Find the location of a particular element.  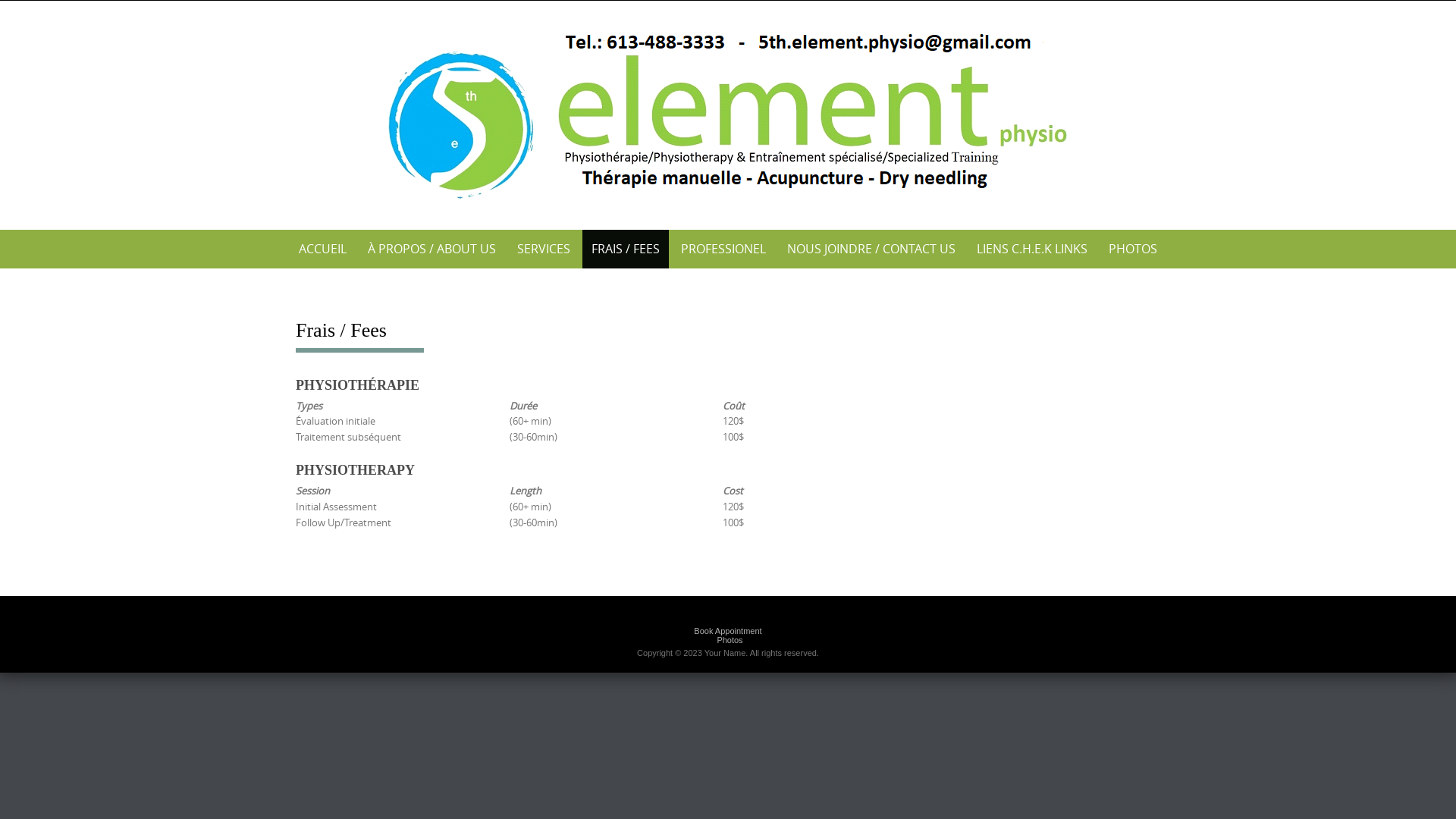

'Photos' is located at coordinates (729, 640).